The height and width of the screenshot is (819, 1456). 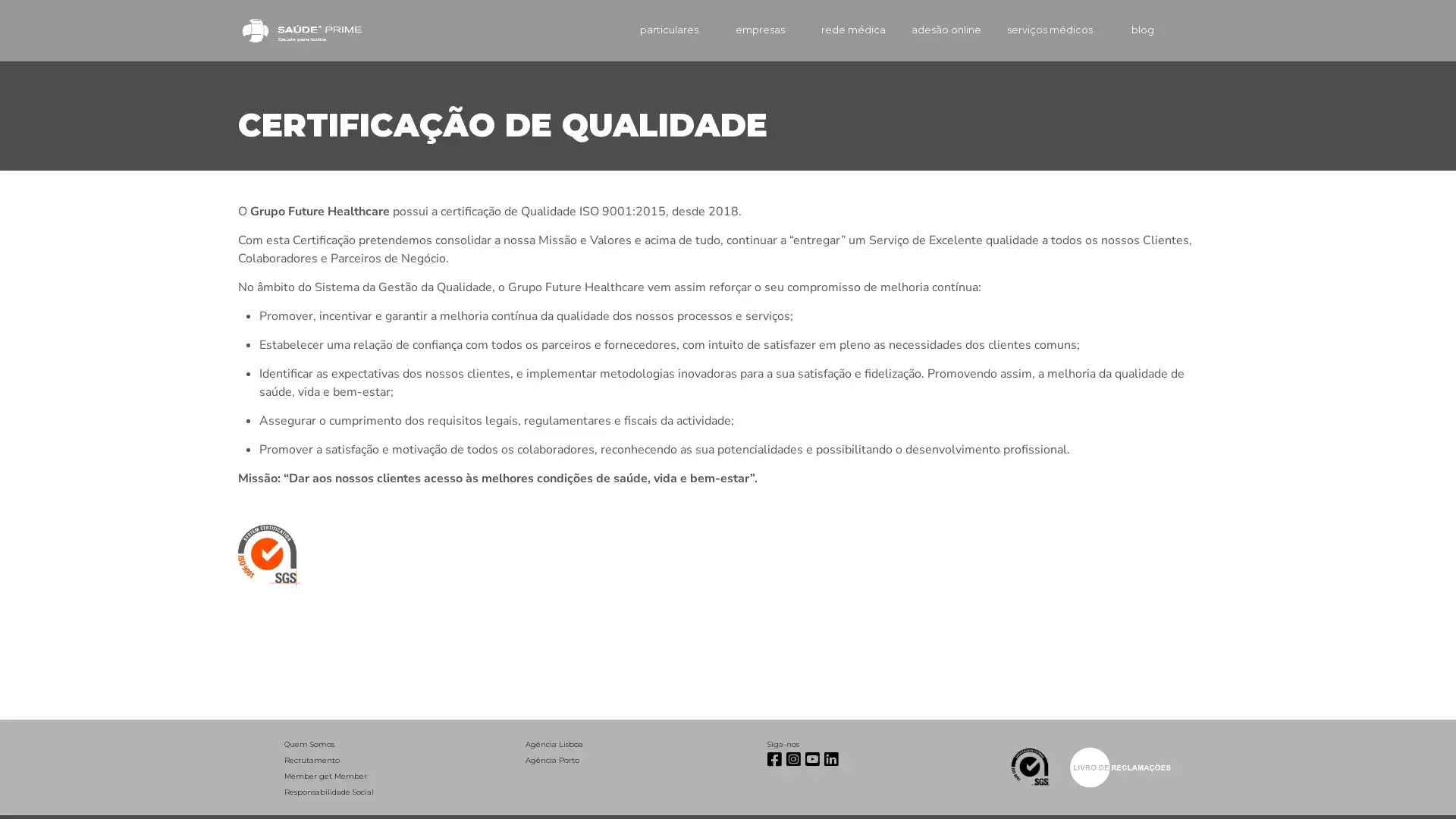 I want to click on adesao online, so click(x=927, y=30).